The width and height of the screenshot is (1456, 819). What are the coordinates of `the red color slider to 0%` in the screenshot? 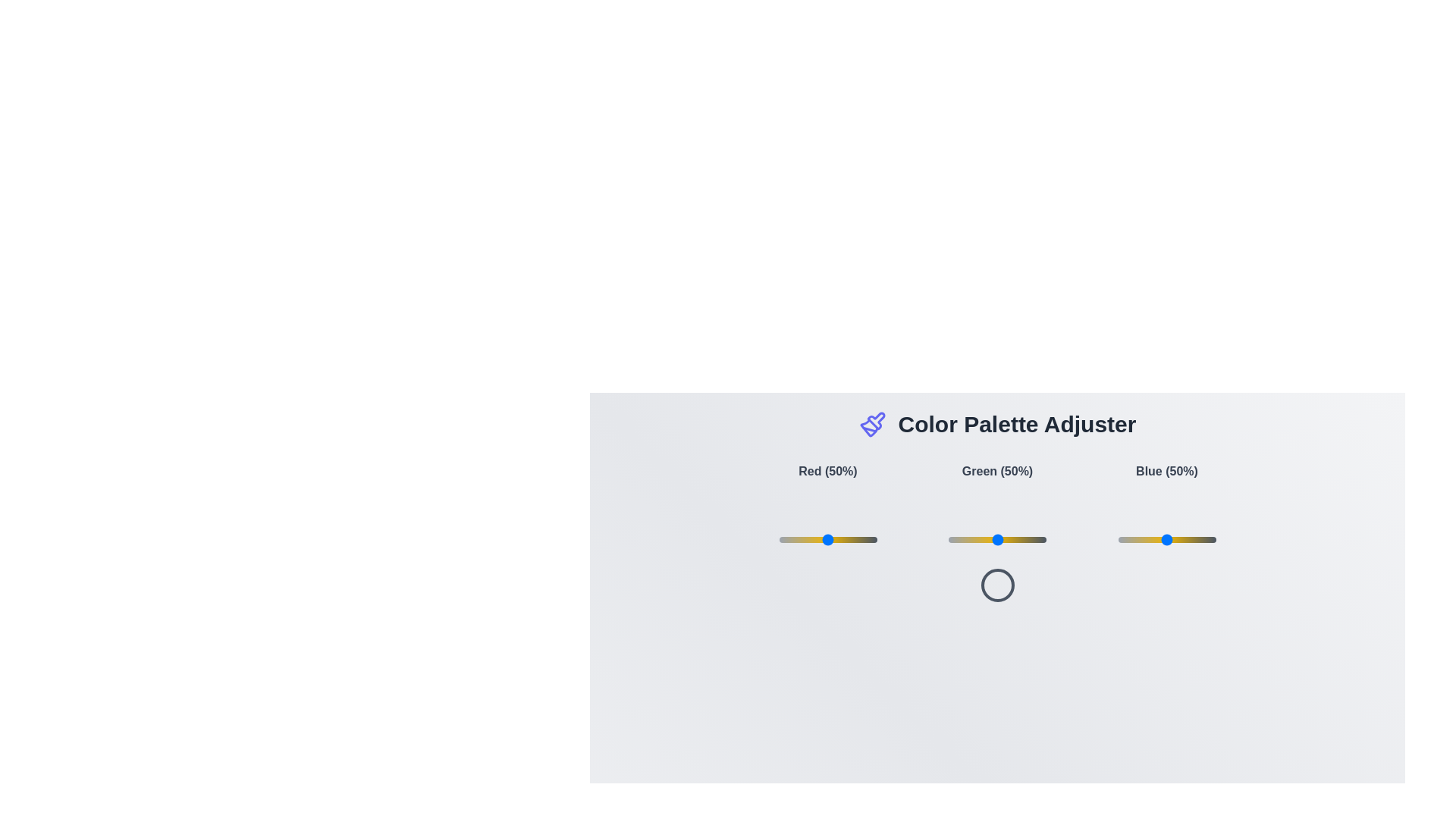 It's located at (779, 539).